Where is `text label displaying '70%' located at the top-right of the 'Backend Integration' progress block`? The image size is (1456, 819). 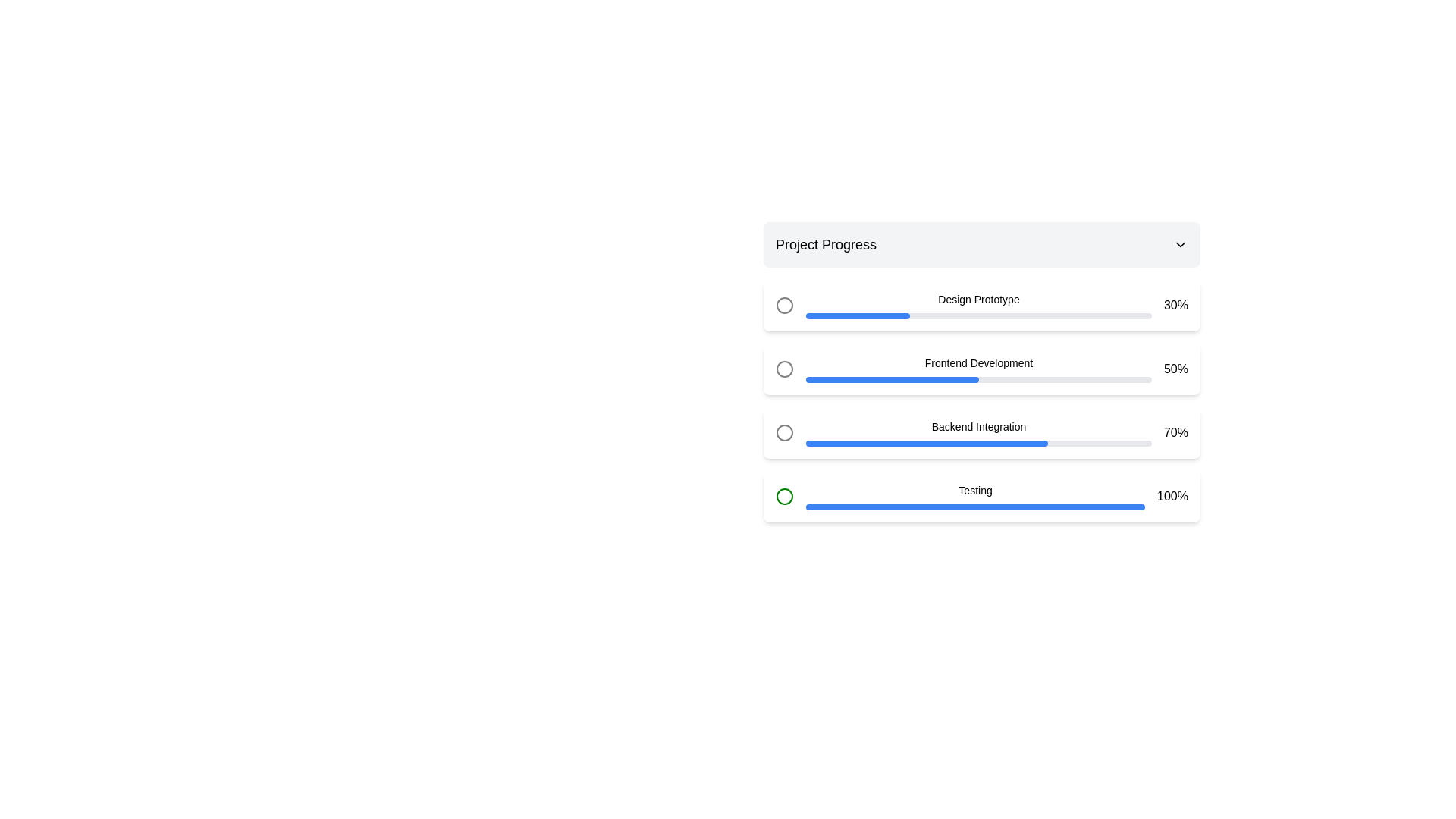 text label displaying '70%' located at the top-right of the 'Backend Integration' progress block is located at coordinates (1175, 432).